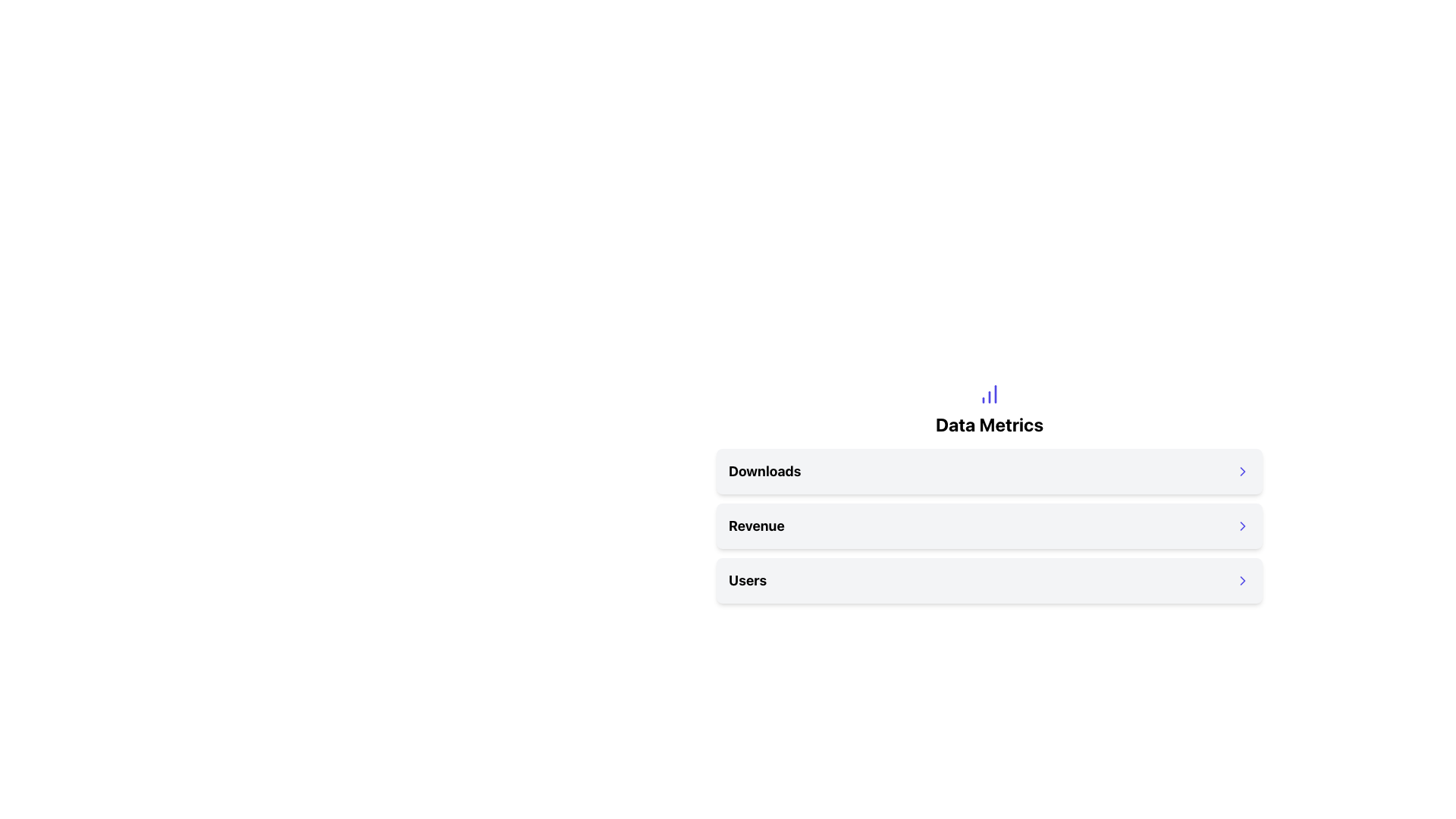  I want to click on the right arrow button, styled in a thin, indigo-colored line, positioned to the far right of the 'Revenue' row, so click(1242, 526).